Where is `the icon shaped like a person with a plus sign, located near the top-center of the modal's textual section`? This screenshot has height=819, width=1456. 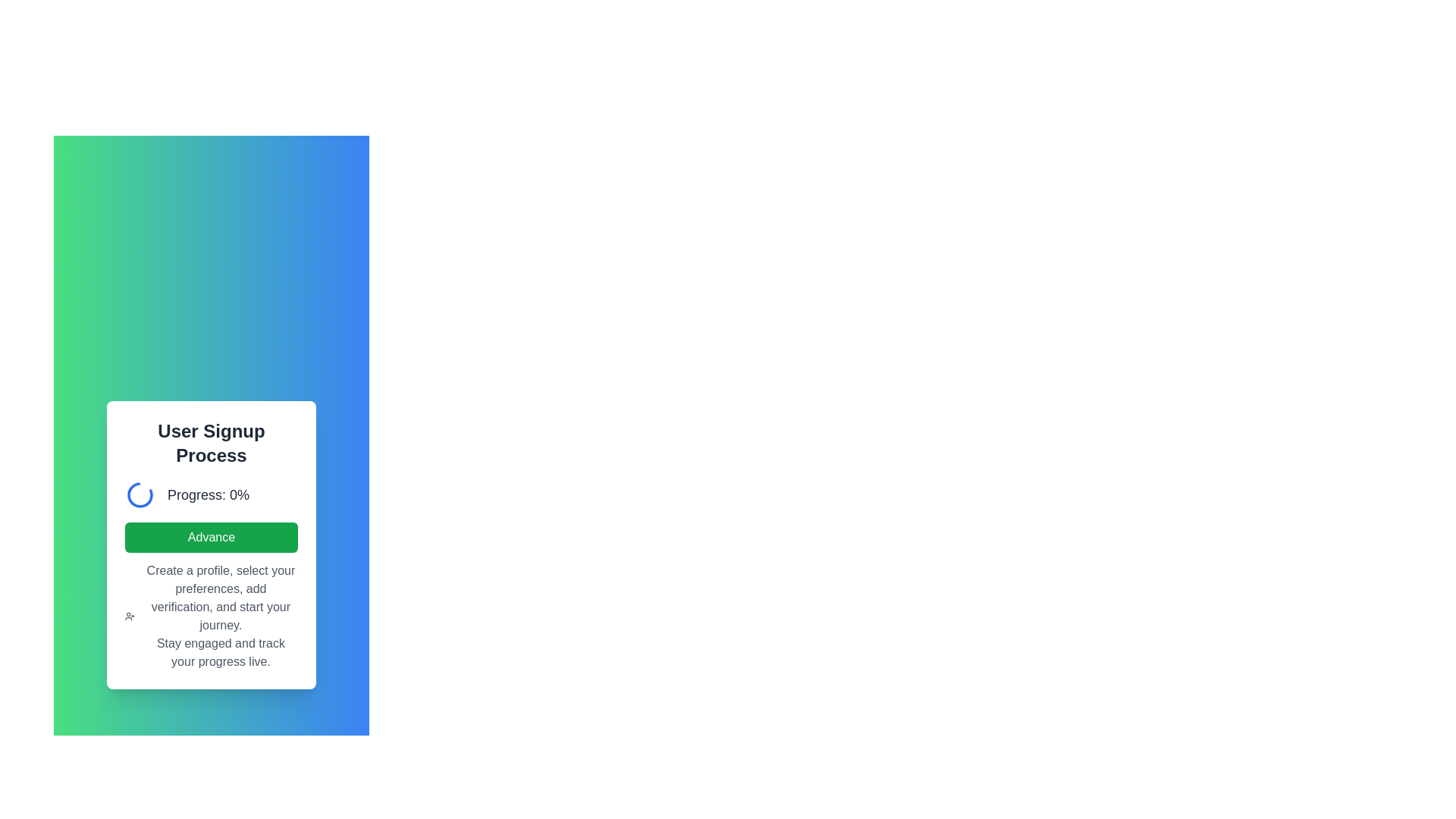
the icon shaped like a person with a plus sign, located near the top-center of the modal's textual section is located at coordinates (130, 617).